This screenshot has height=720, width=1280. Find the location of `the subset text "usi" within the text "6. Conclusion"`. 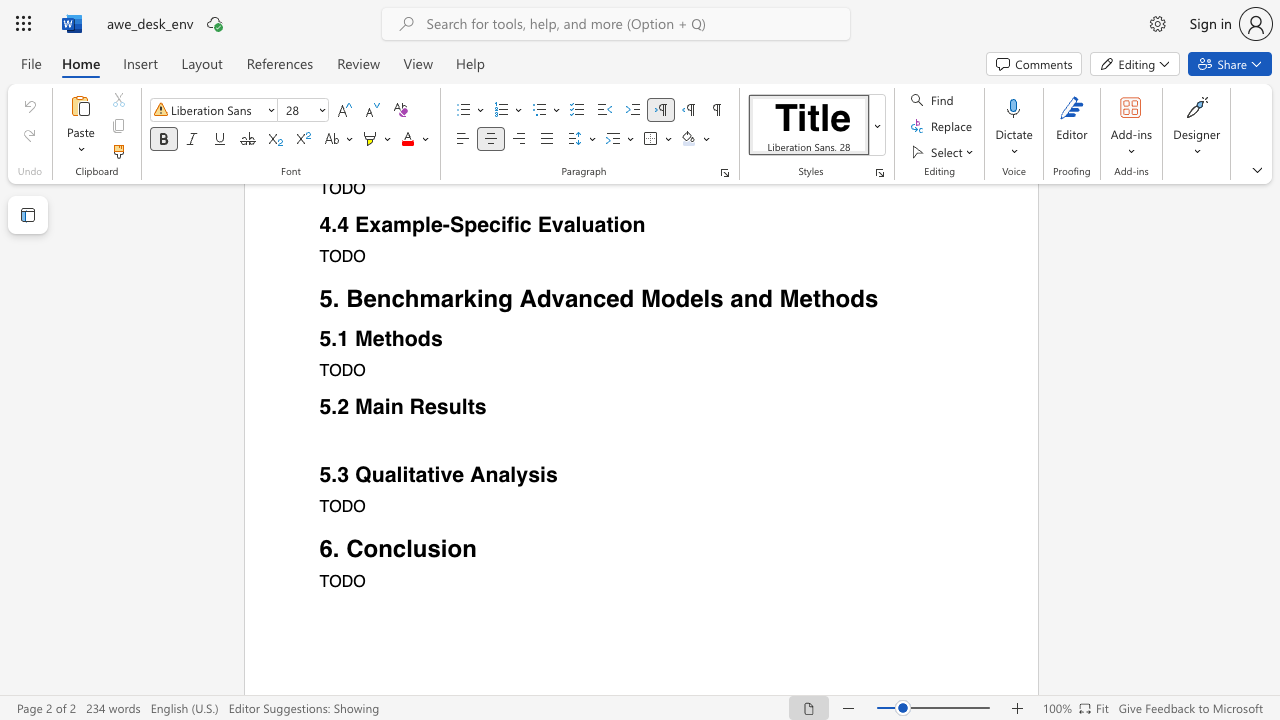

the subset text "usi" within the text "6. Conclusion" is located at coordinates (411, 548).